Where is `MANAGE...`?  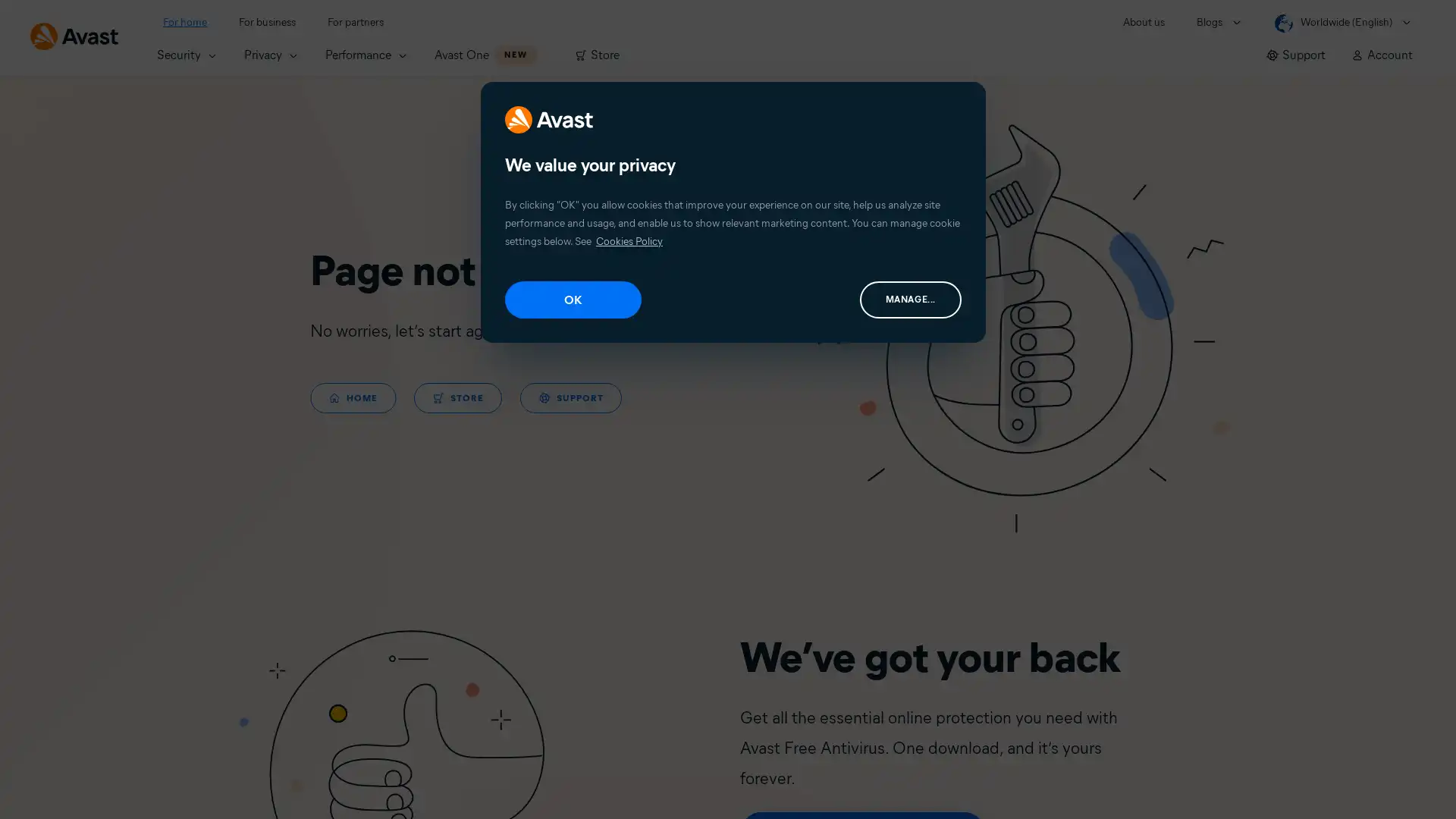
MANAGE... is located at coordinates (910, 299).